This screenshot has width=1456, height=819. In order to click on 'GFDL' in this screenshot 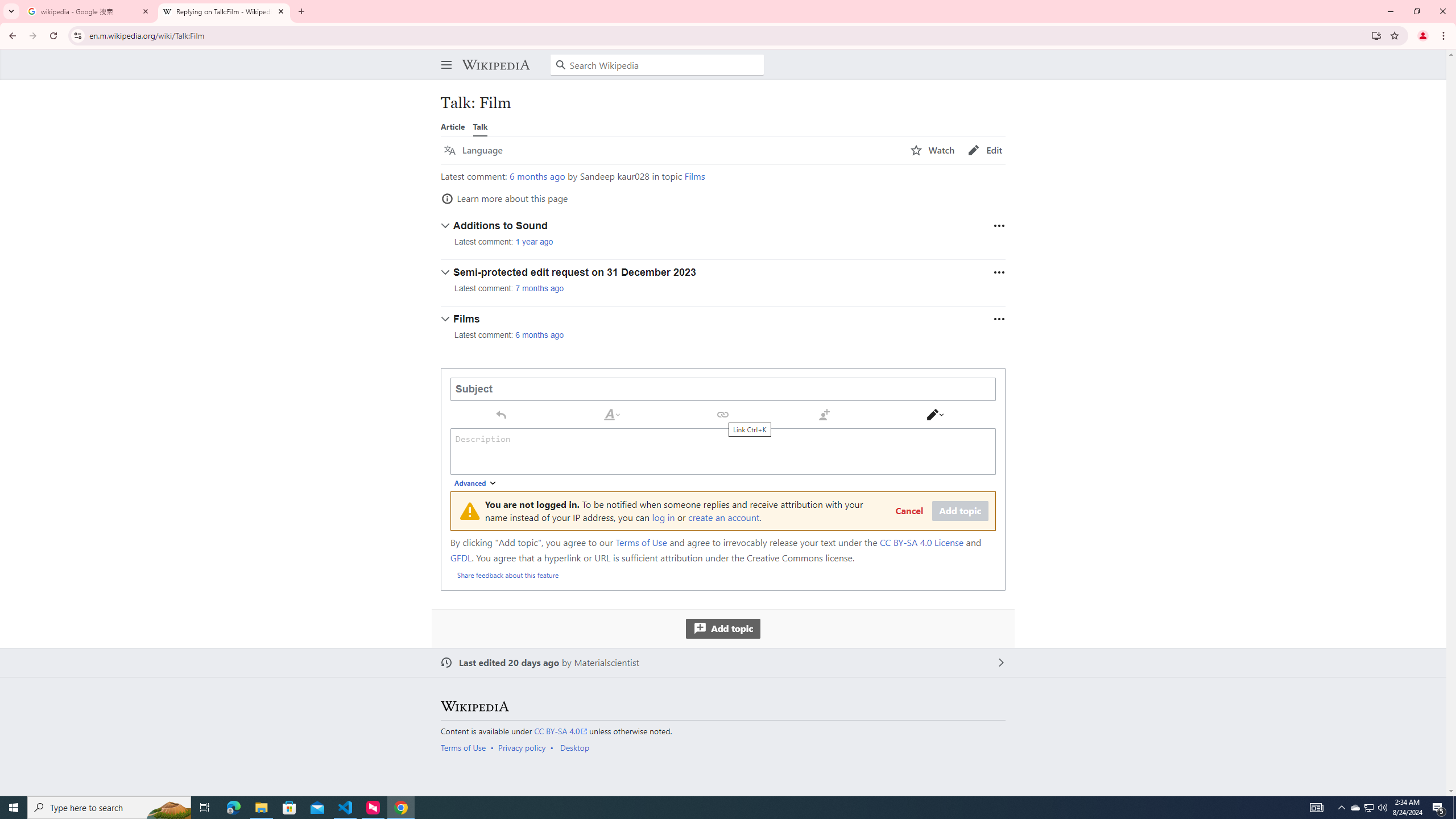, I will do `click(461, 556)`.